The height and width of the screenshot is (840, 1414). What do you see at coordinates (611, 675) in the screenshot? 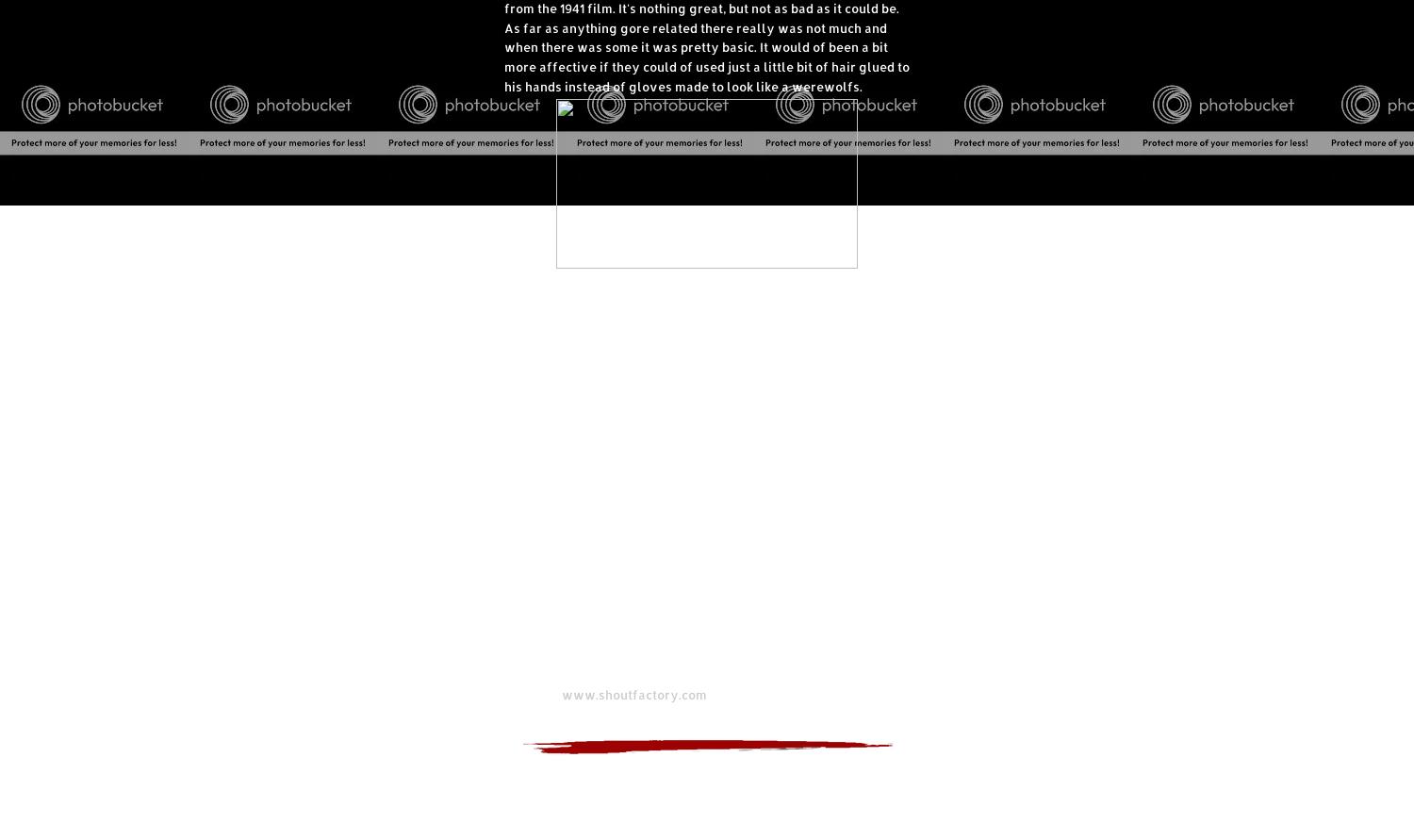
I see `'Release Company: Scream Factory'` at bounding box center [611, 675].